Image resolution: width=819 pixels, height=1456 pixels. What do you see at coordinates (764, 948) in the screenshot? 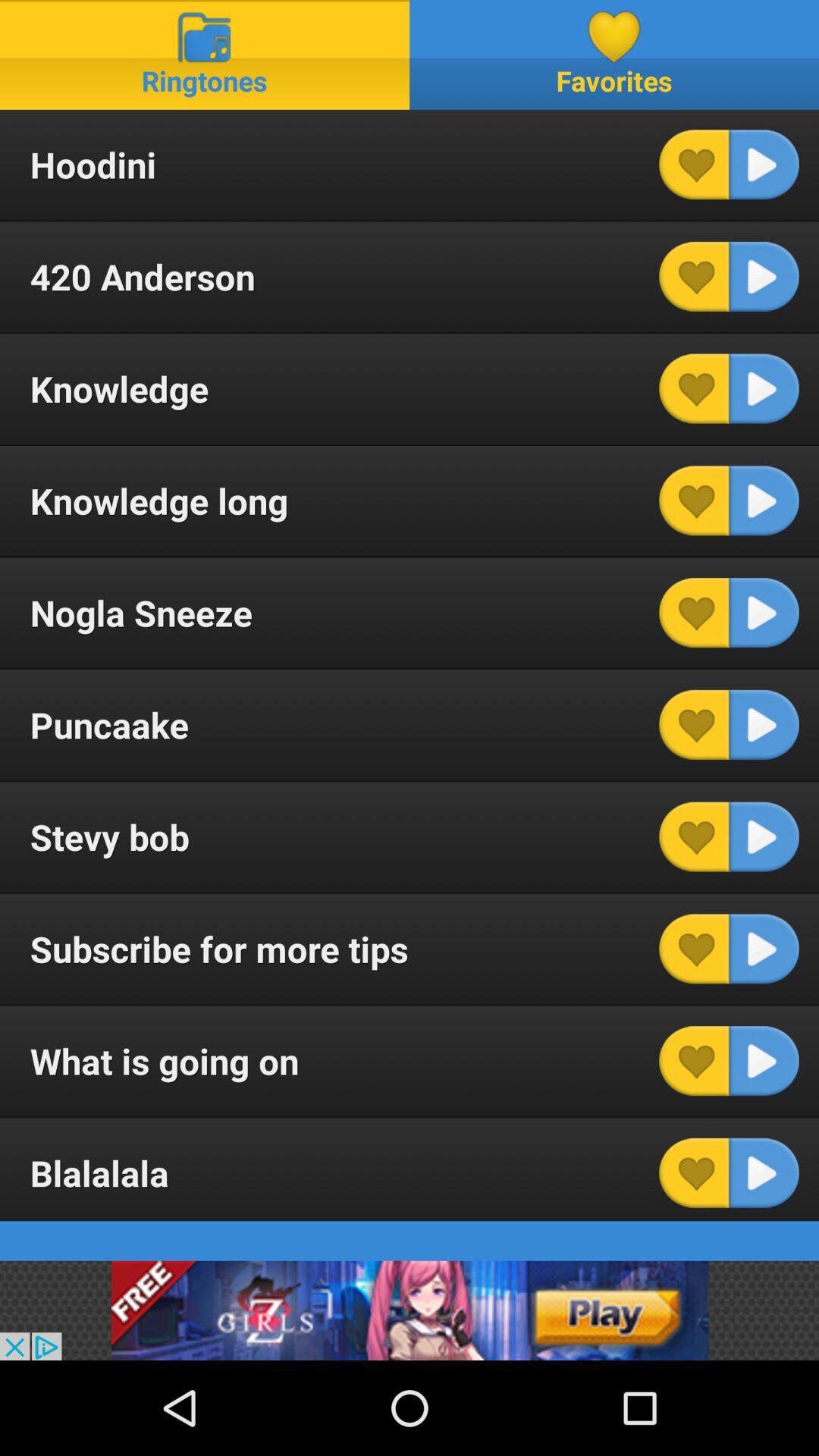
I see `play` at bounding box center [764, 948].